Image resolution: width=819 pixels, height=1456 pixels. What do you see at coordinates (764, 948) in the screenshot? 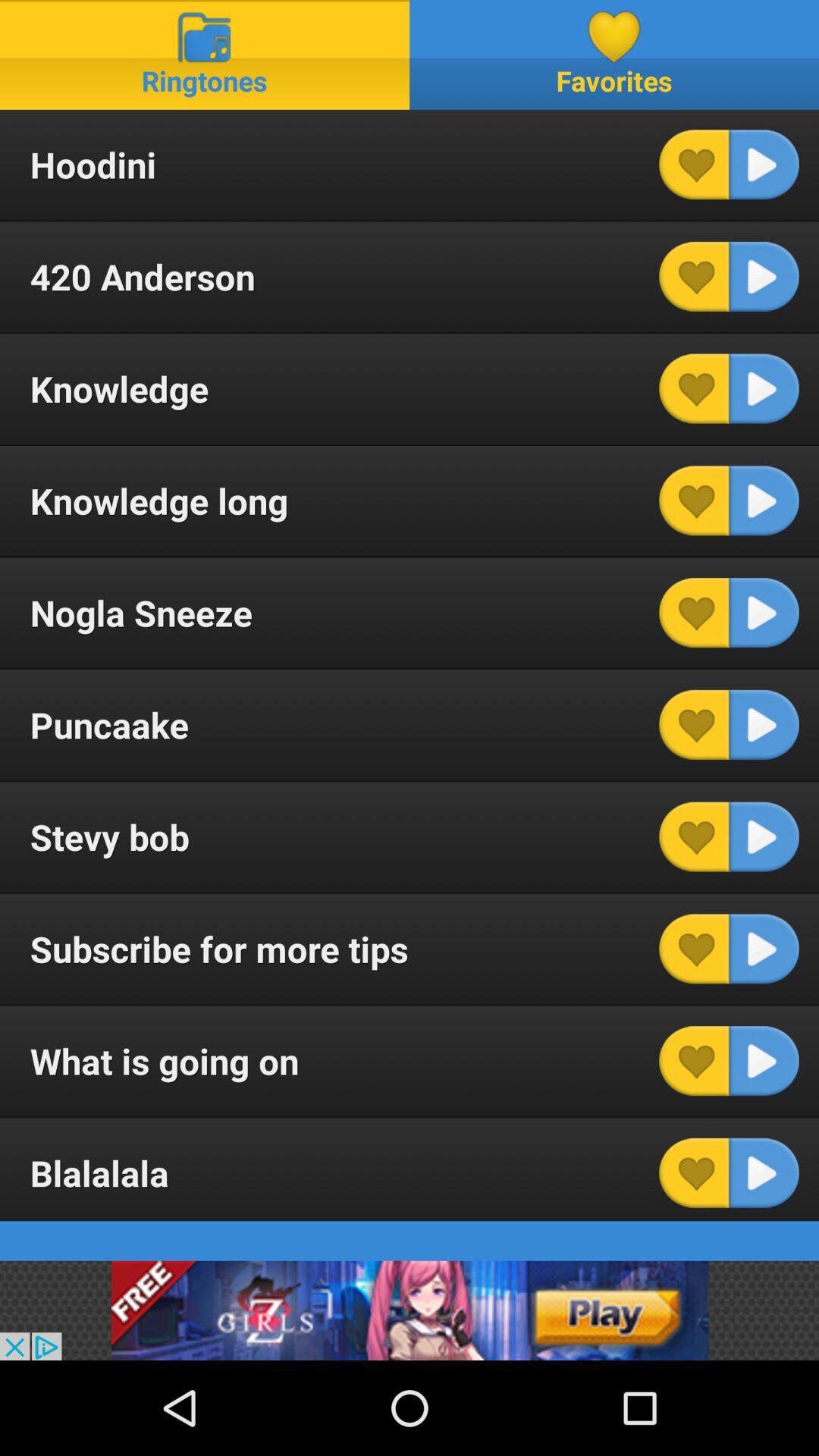
I see `play` at bounding box center [764, 948].